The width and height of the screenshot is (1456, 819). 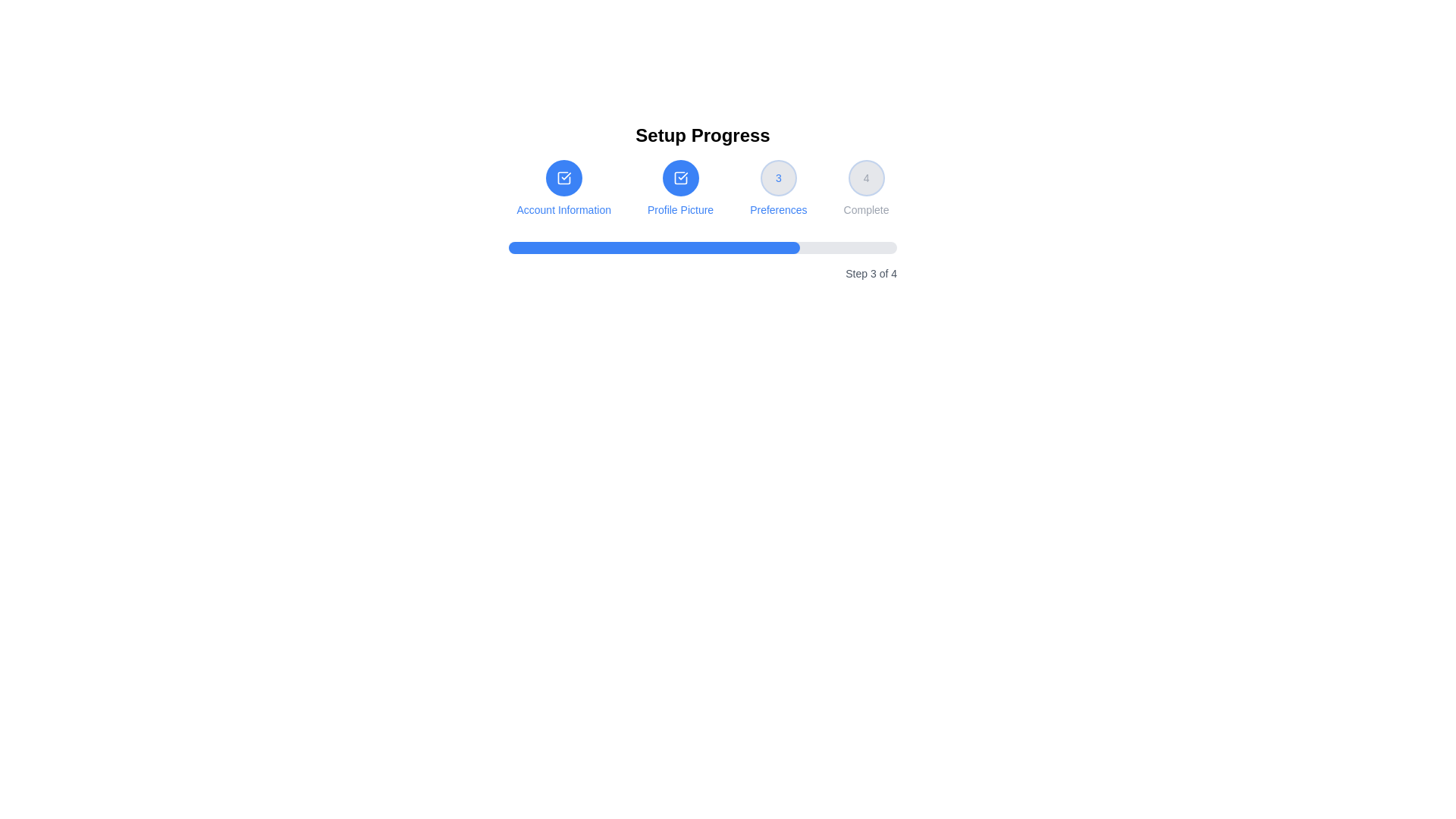 I want to click on the 'Profile Picture' text label displayed in blue, which is located directly below the second step icon in the setup progress interface, so click(x=679, y=210).